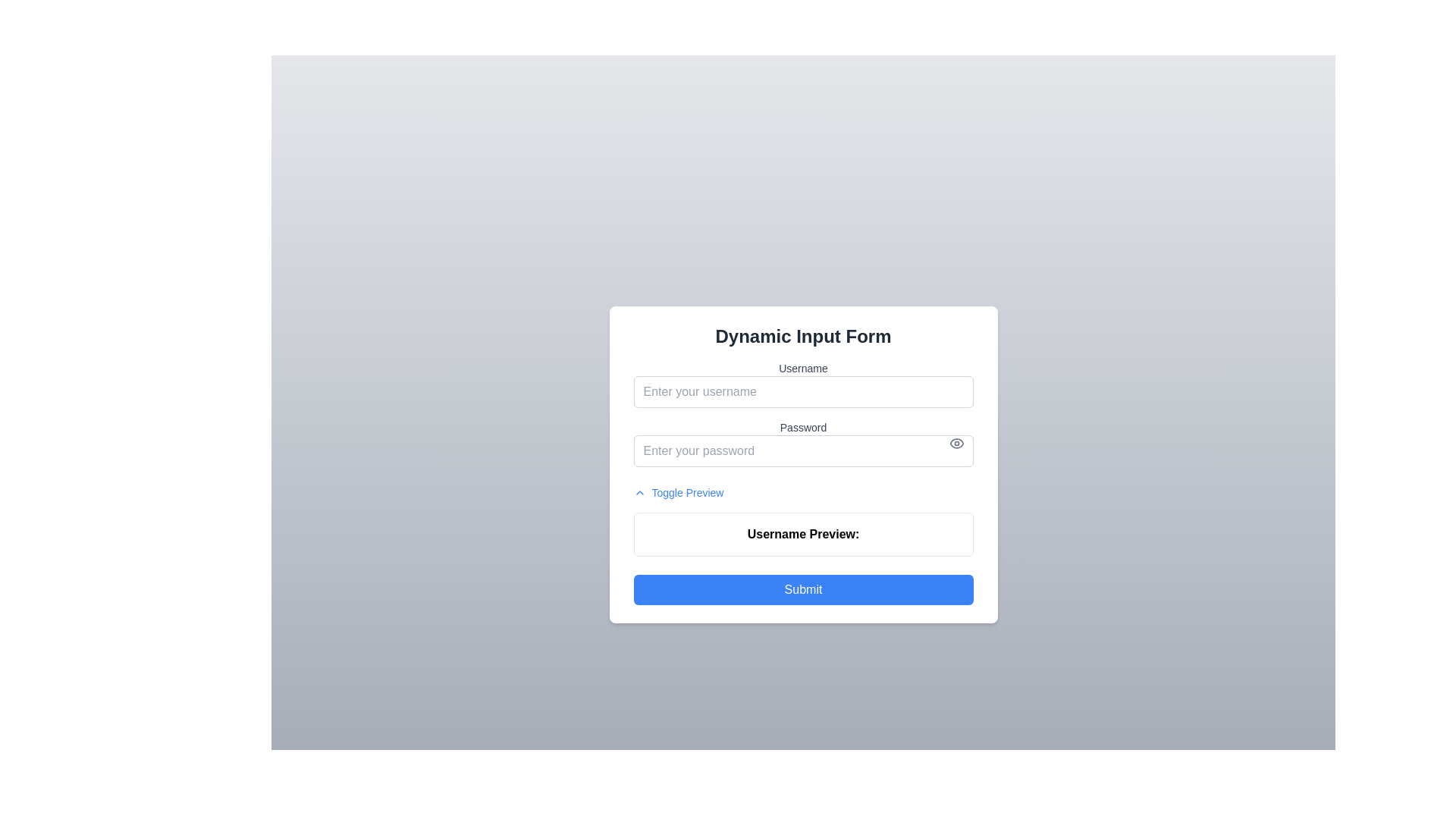 Image resolution: width=1456 pixels, height=819 pixels. What do you see at coordinates (639, 493) in the screenshot?
I see `the toggle icon` at bounding box center [639, 493].